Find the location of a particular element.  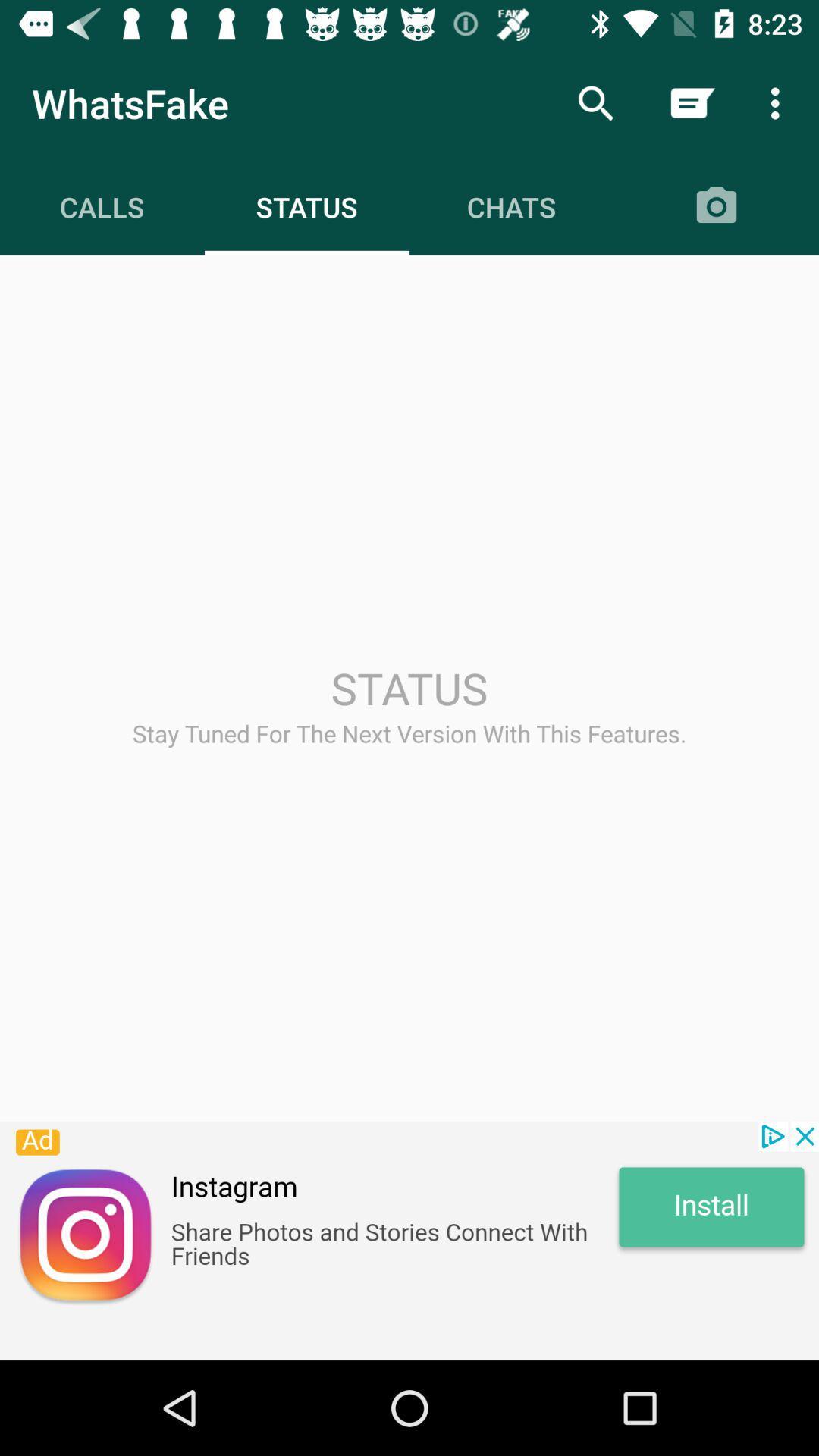

this advertisement is located at coordinates (409, 1241).